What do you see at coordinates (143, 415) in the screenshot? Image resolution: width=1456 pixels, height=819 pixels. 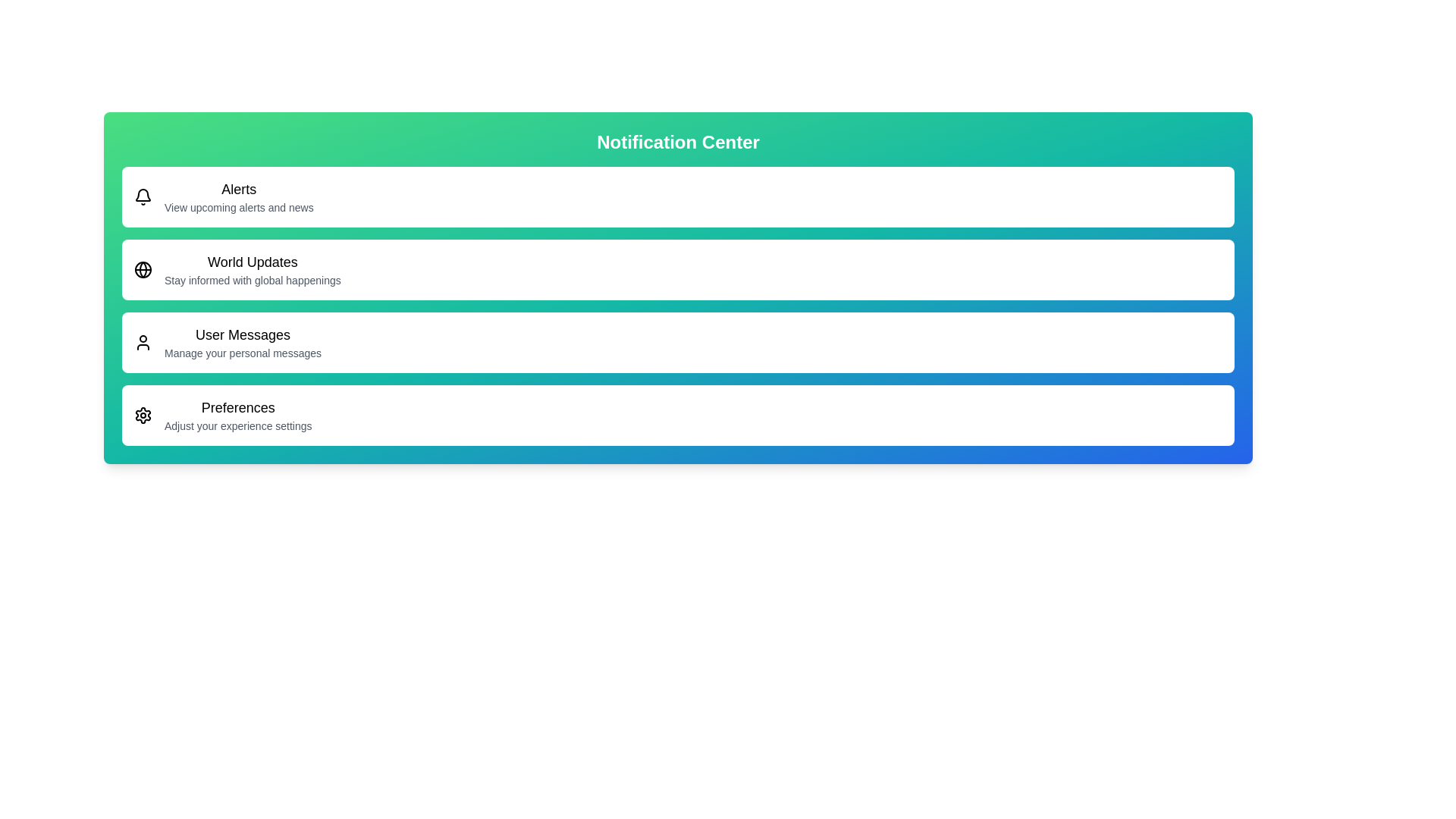 I see `the menu item corresponding to Preferences to examine its iconography` at bounding box center [143, 415].